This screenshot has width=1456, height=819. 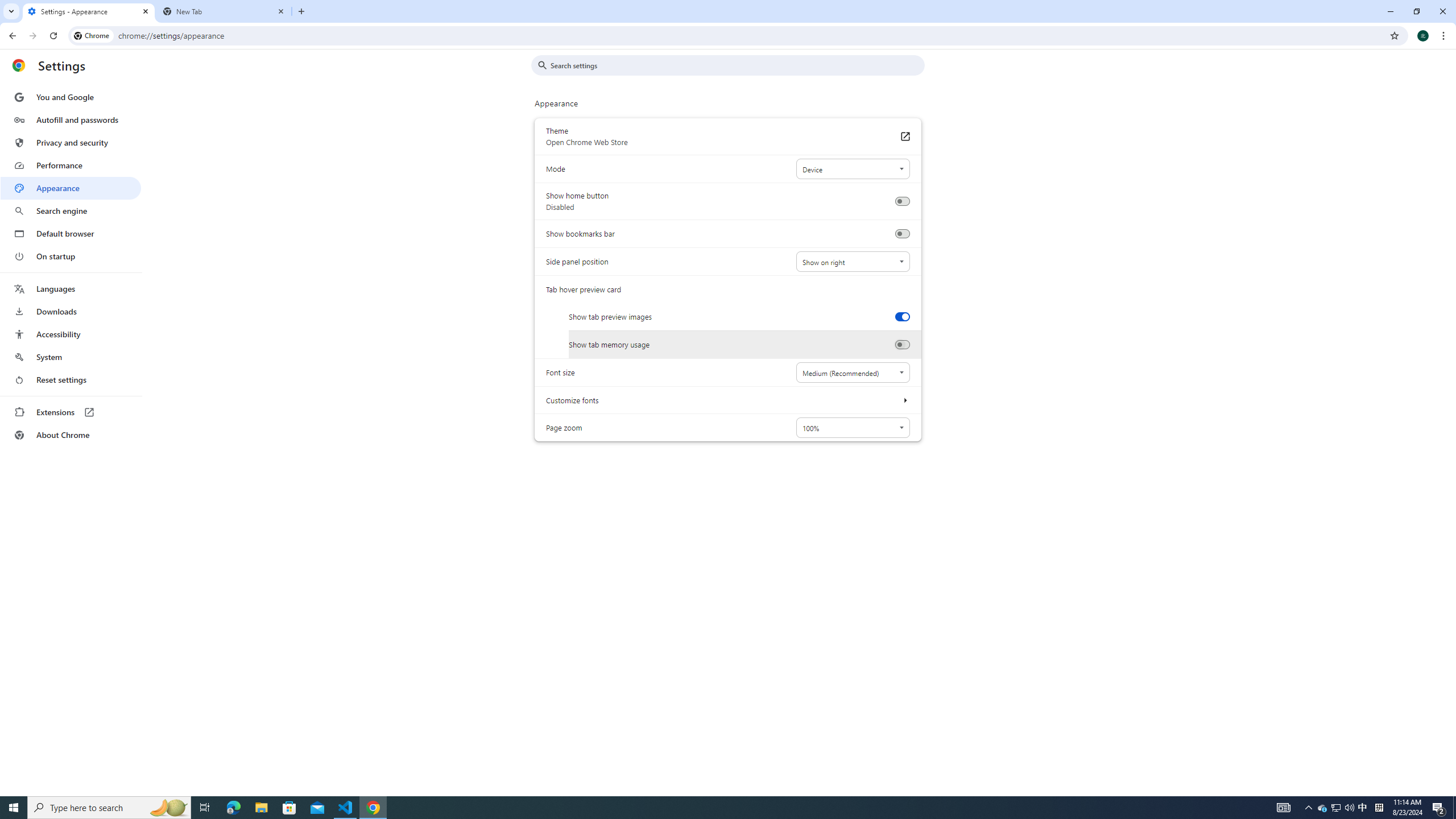 I want to click on 'Performance', so click(x=70, y=165).